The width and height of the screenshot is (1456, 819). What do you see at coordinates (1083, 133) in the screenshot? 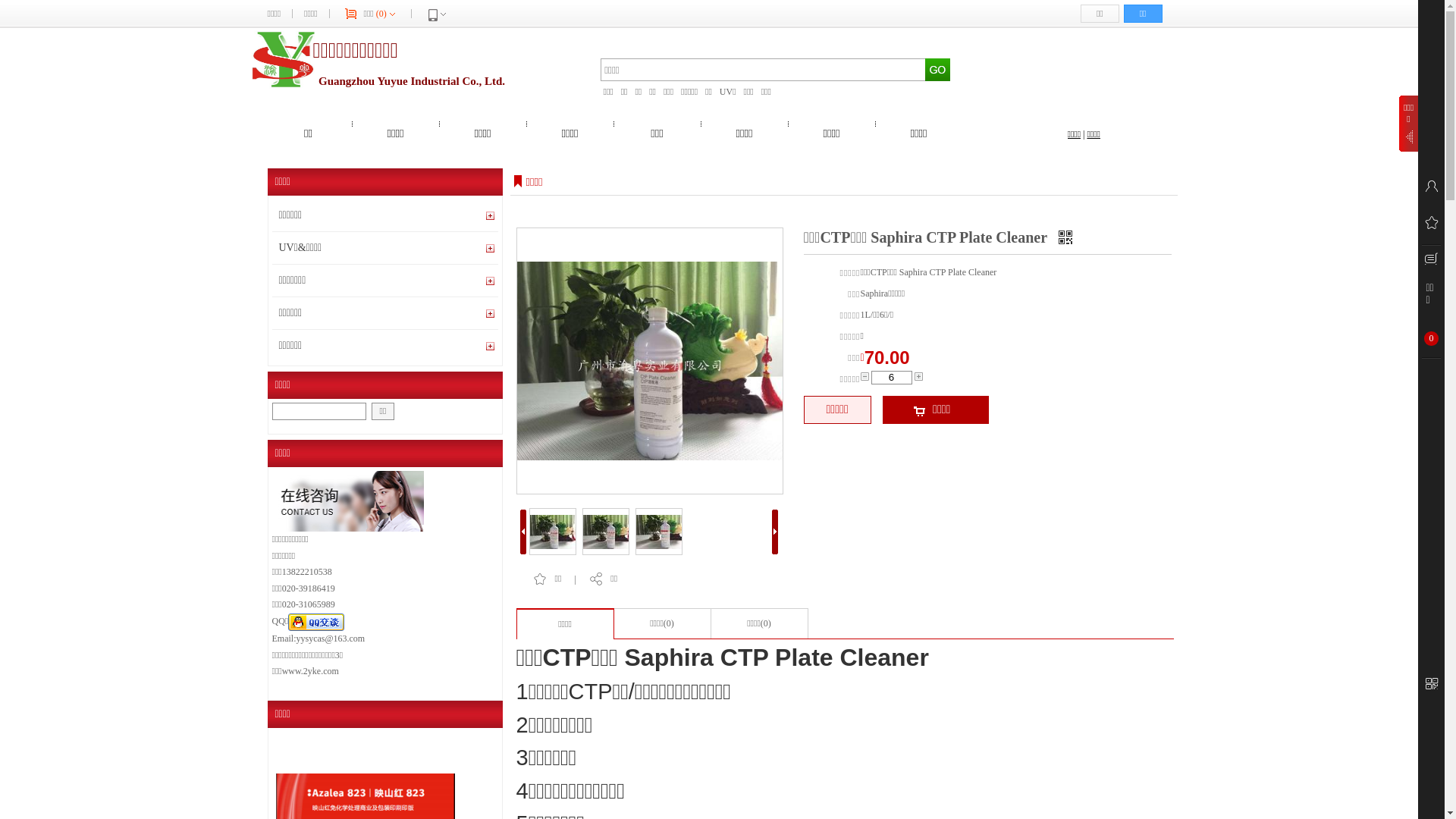
I see `'|'` at bounding box center [1083, 133].